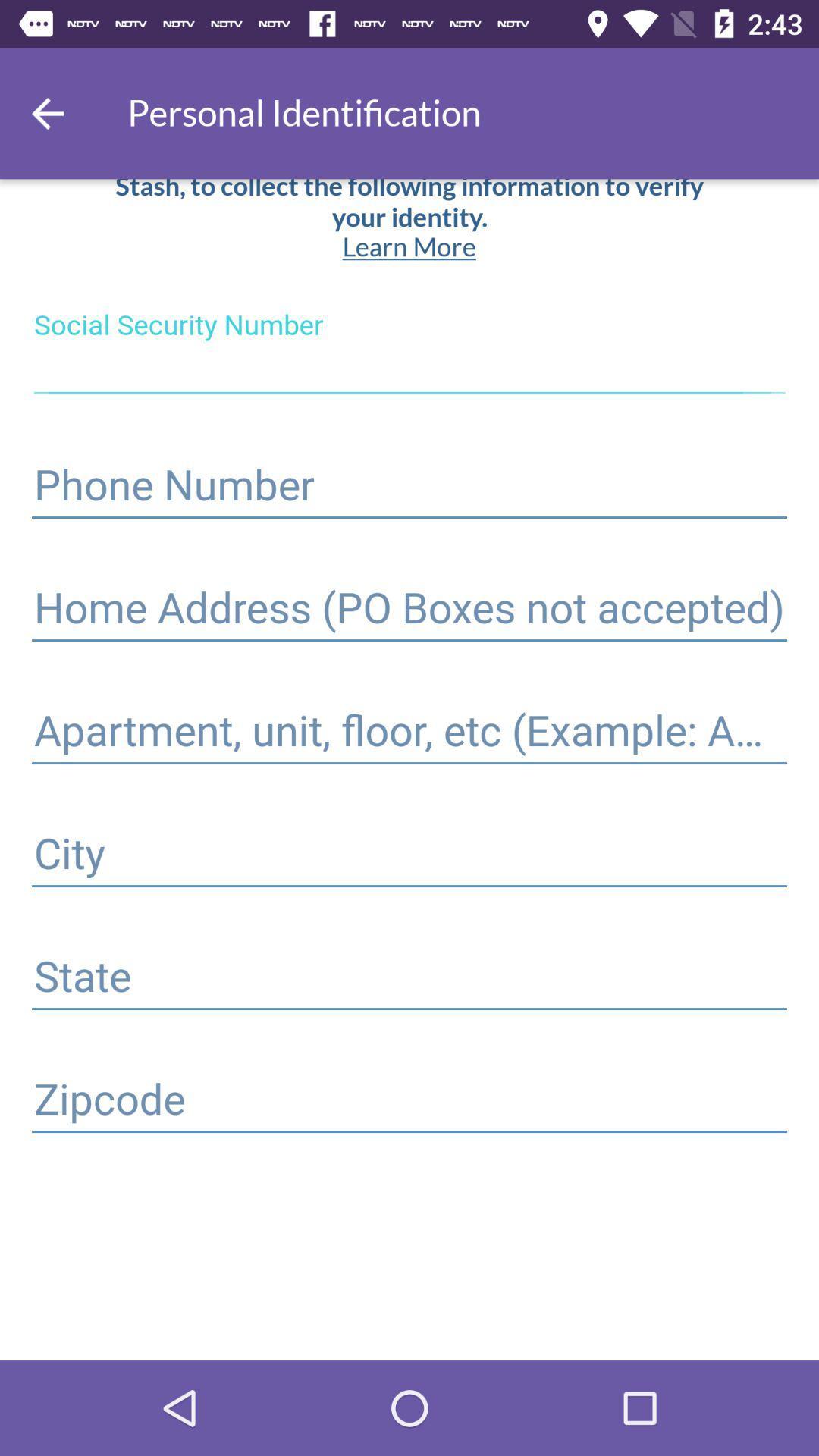 The image size is (819, 1456). Describe the element at coordinates (46, 112) in the screenshot. I see `the arrow_backward icon` at that location.